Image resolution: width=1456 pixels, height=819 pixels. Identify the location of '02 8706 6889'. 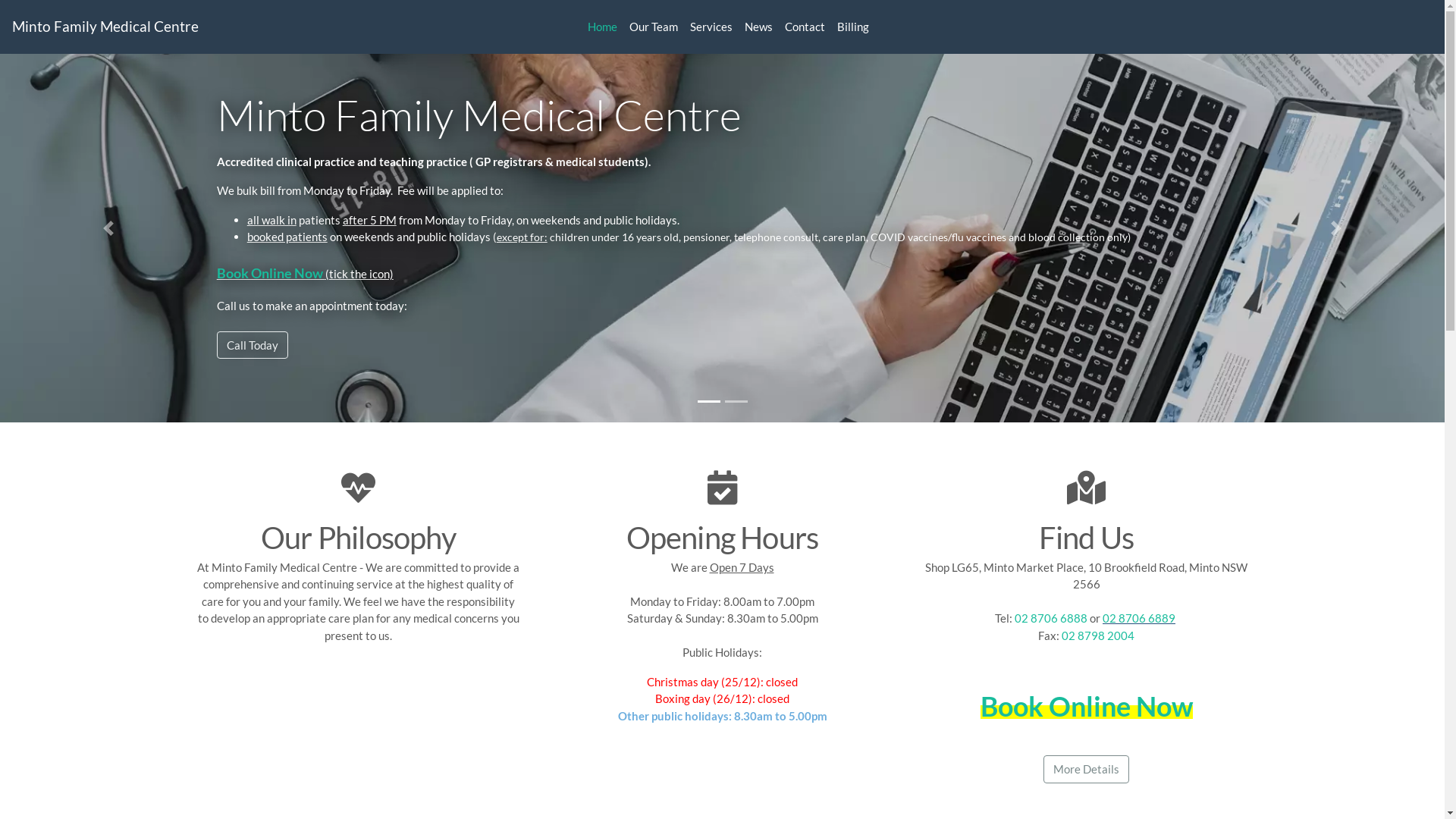
(1139, 617).